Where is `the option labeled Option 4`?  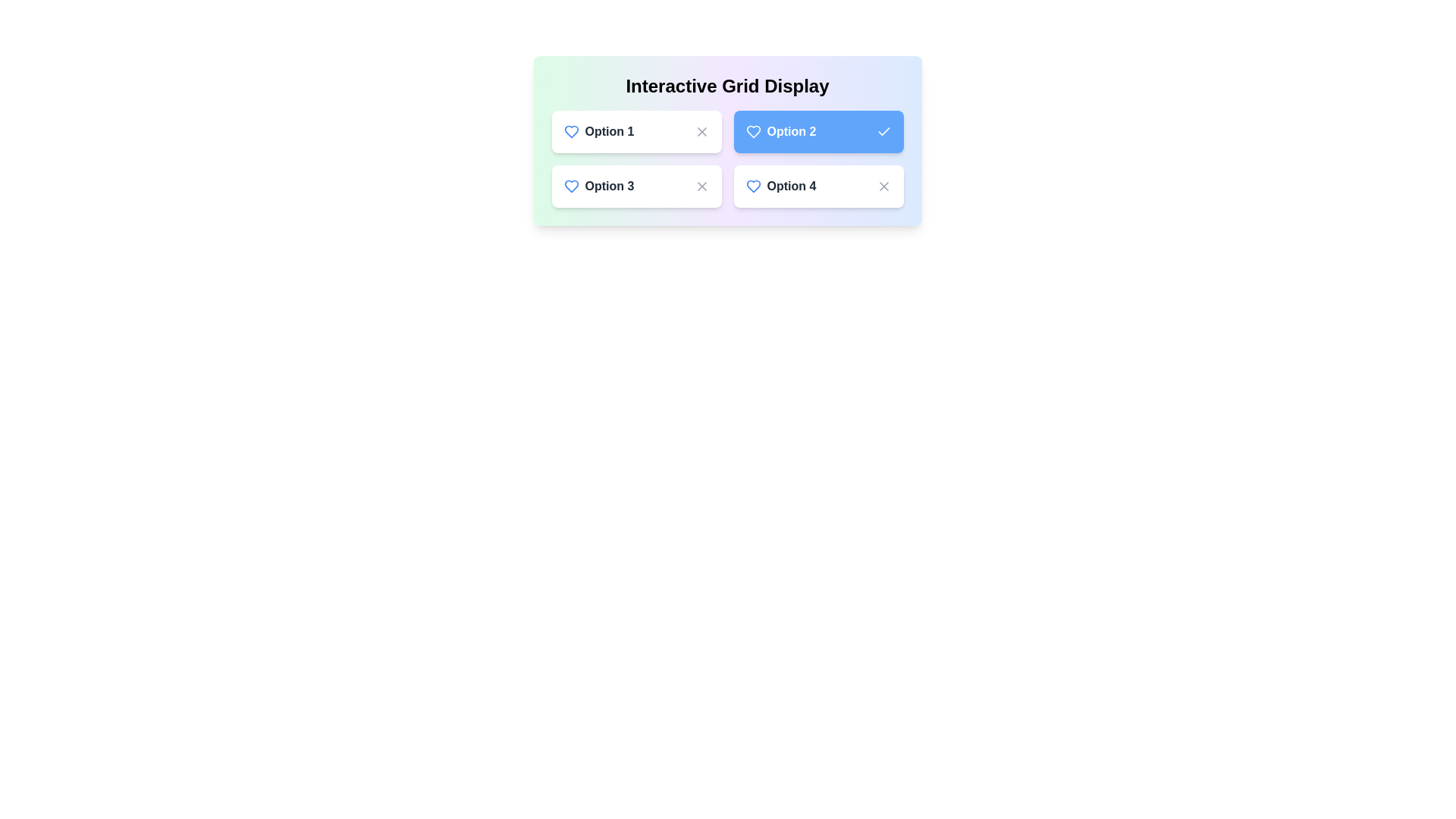 the option labeled Option 4 is located at coordinates (817, 186).